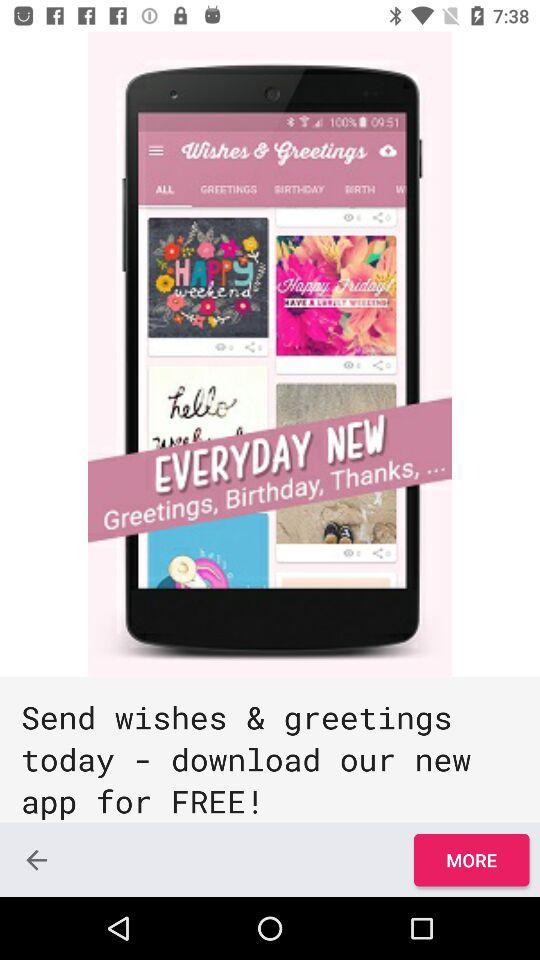 Image resolution: width=540 pixels, height=960 pixels. I want to click on item below the send wishes greetings icon, so click(471, 859).